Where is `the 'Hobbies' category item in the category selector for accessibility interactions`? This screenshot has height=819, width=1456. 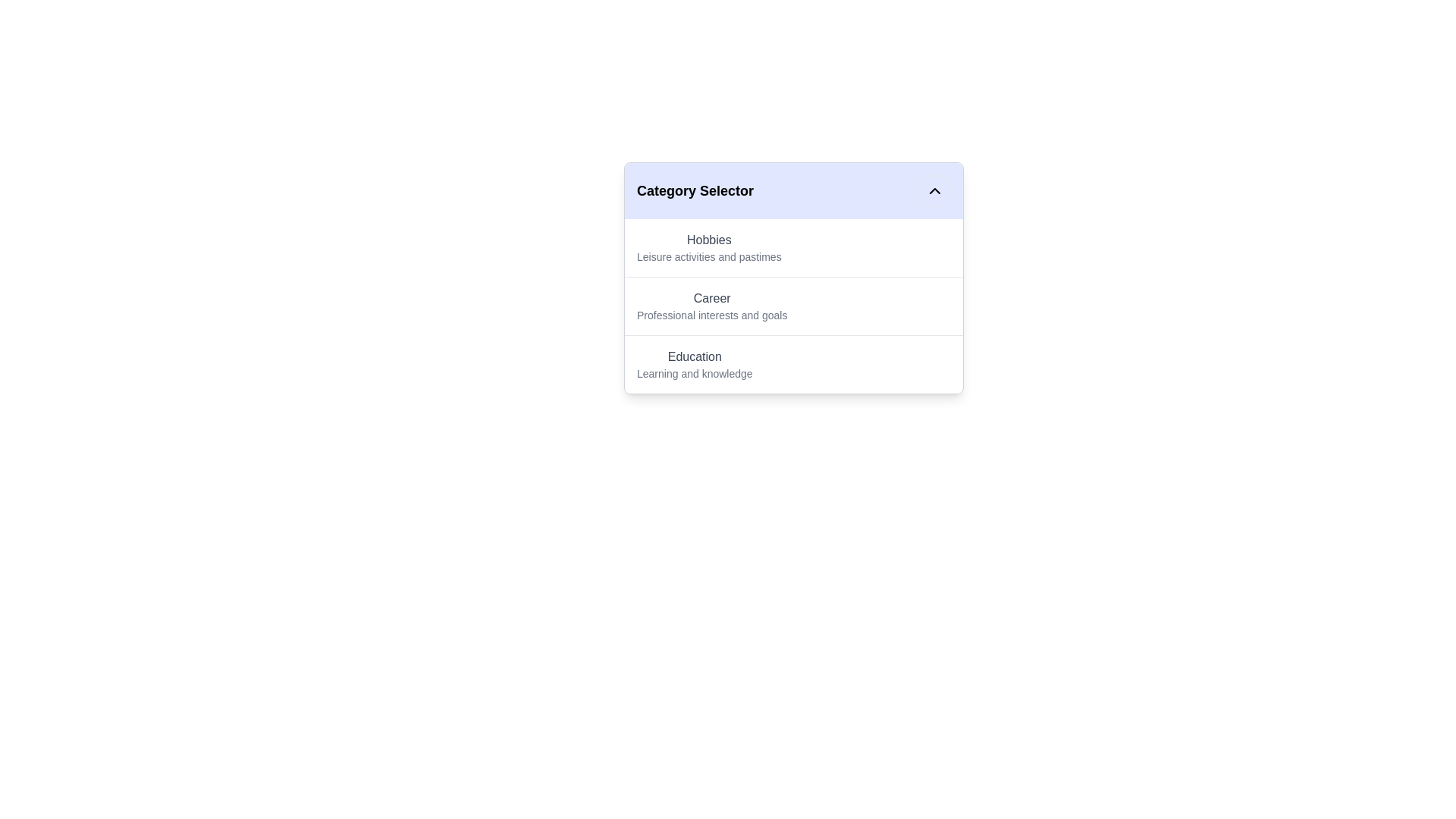 the 'Hobbies' category item in the category selector for accessibility interactions is located at coordinates (708, 247).